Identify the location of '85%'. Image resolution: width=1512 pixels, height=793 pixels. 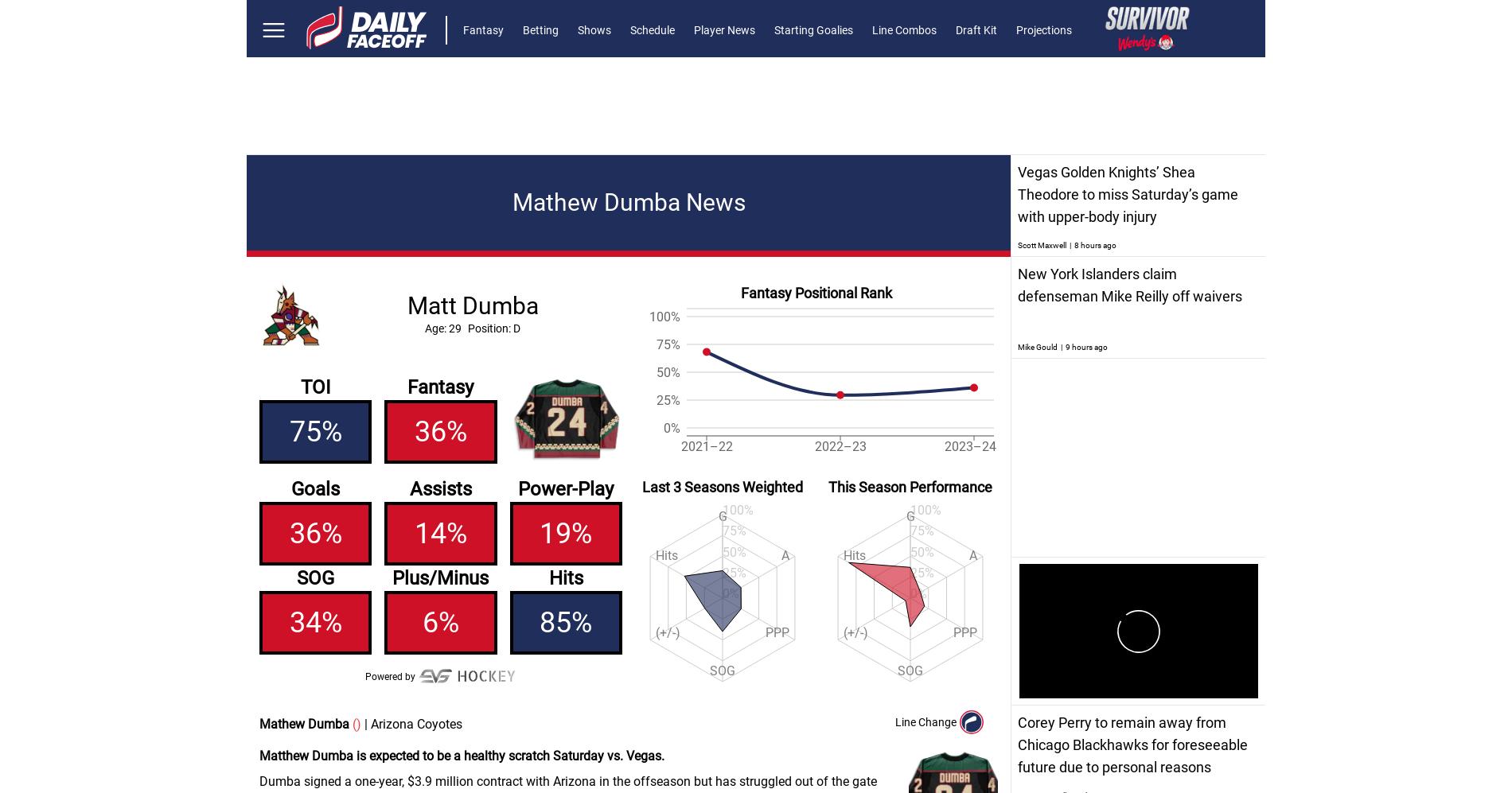
(565, 622).